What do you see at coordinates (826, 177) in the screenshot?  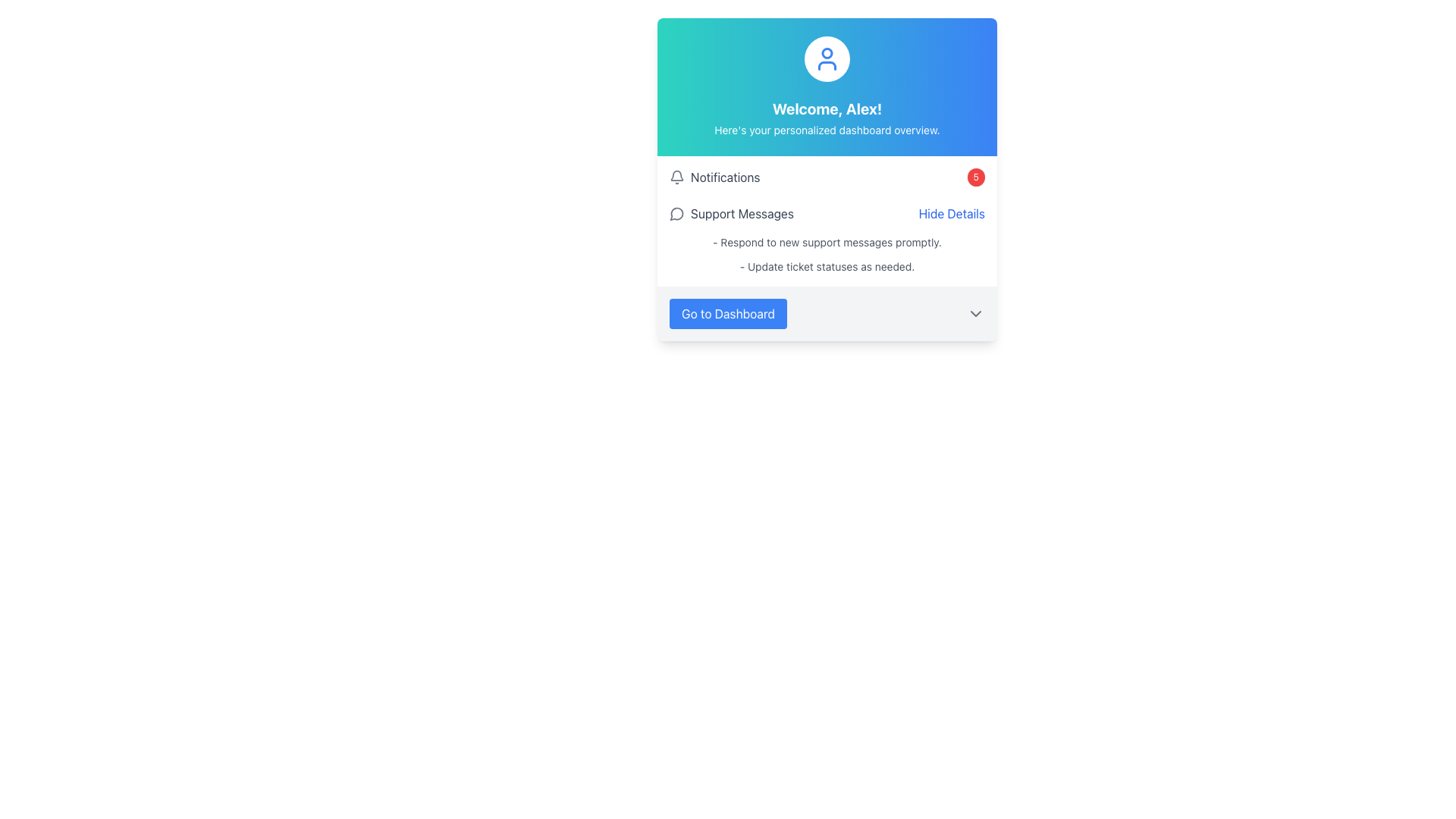 I see `the Notification Bar that displays the badge with the number '5'` at bounding box center [826, 177].